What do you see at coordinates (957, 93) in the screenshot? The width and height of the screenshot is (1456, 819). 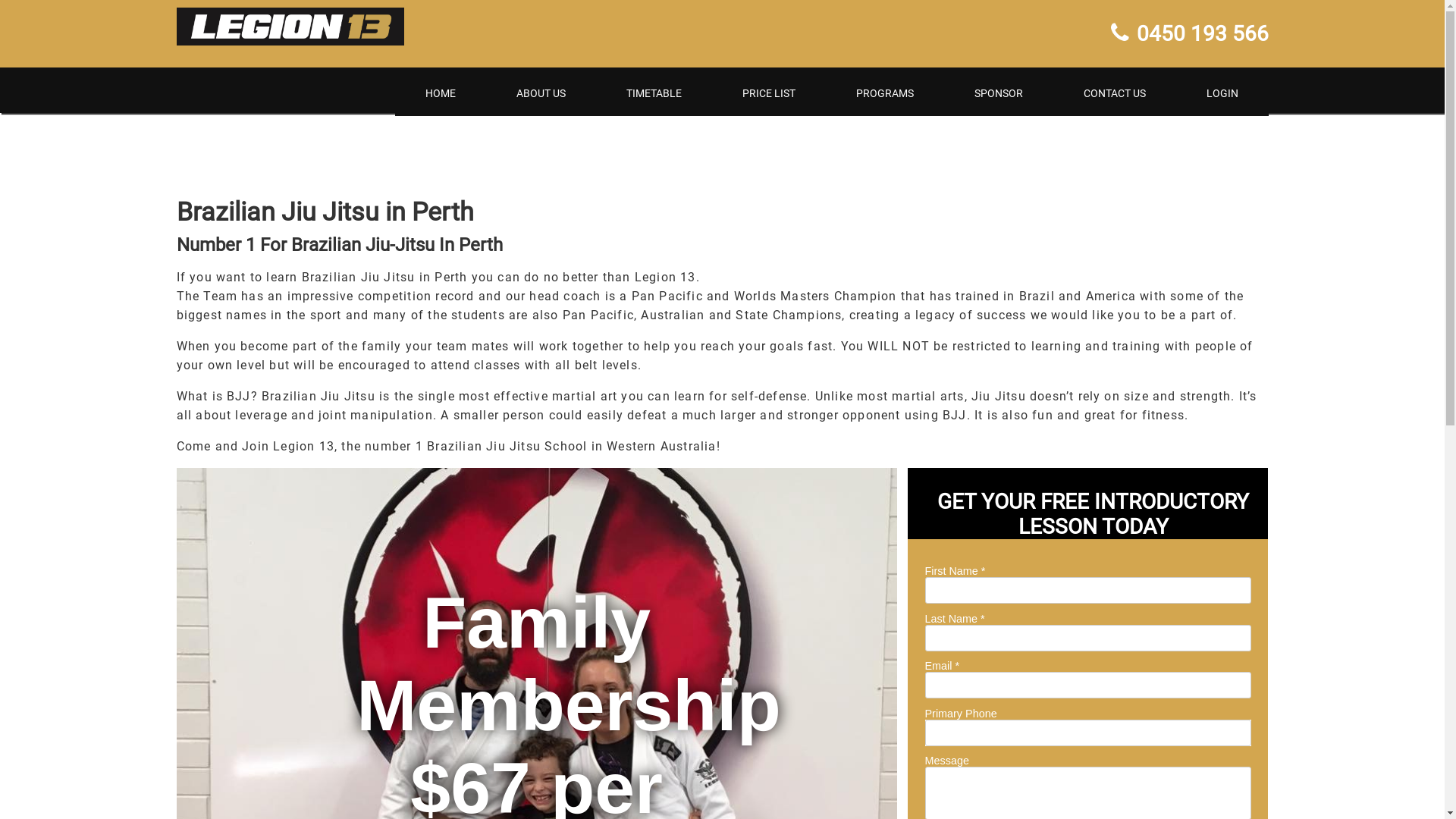 I see `'SPONSOR'` at bounding box center [957, 93].